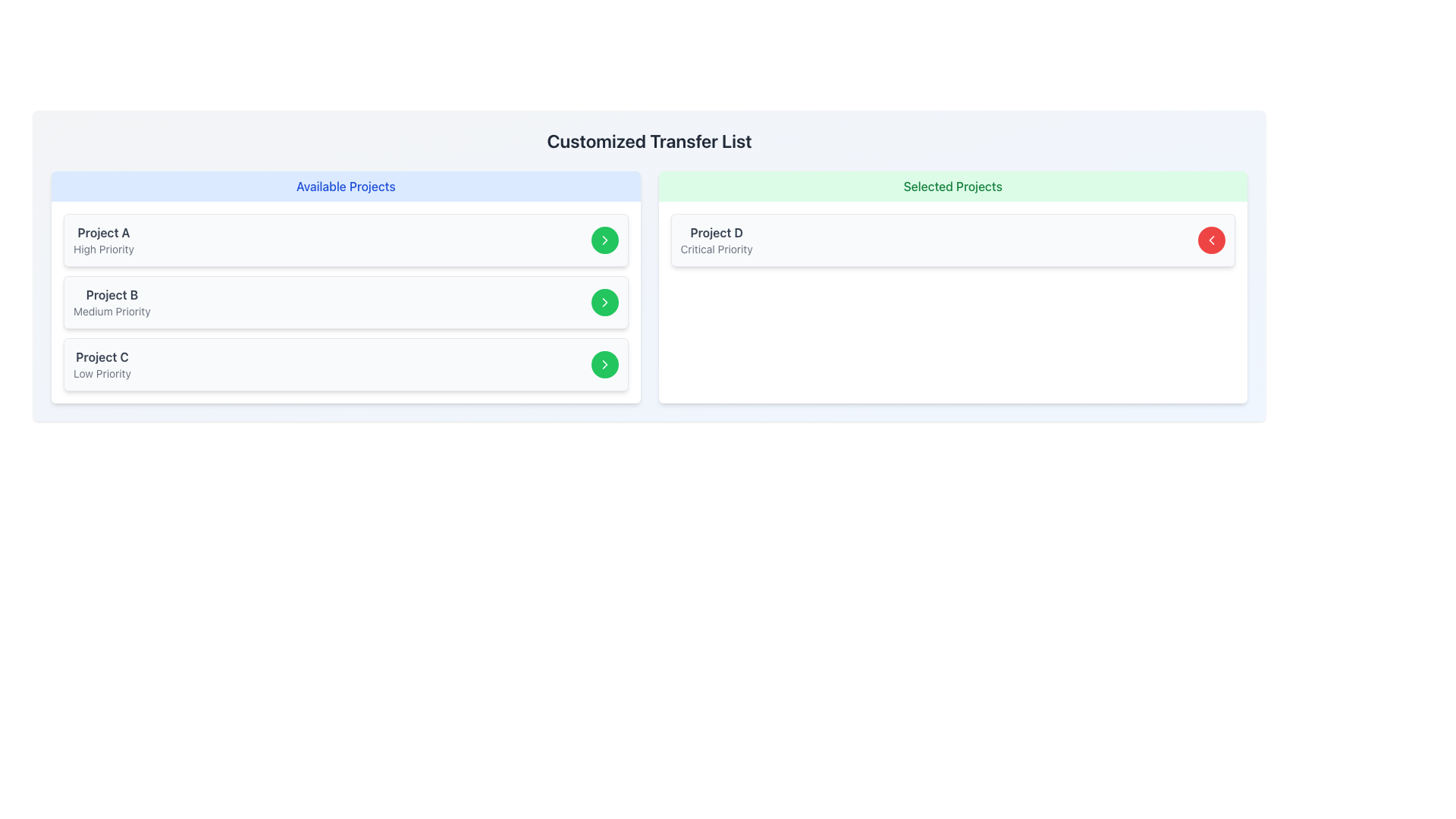 The width and height of the screenshot is (1456, 819). What do you see at coordinates (101, 374) in the screenshot?
I see `the Text Label indicating the priority level of 'Project C' located below its title in the 'Available Projects' list` at bounding box center [101, 374].